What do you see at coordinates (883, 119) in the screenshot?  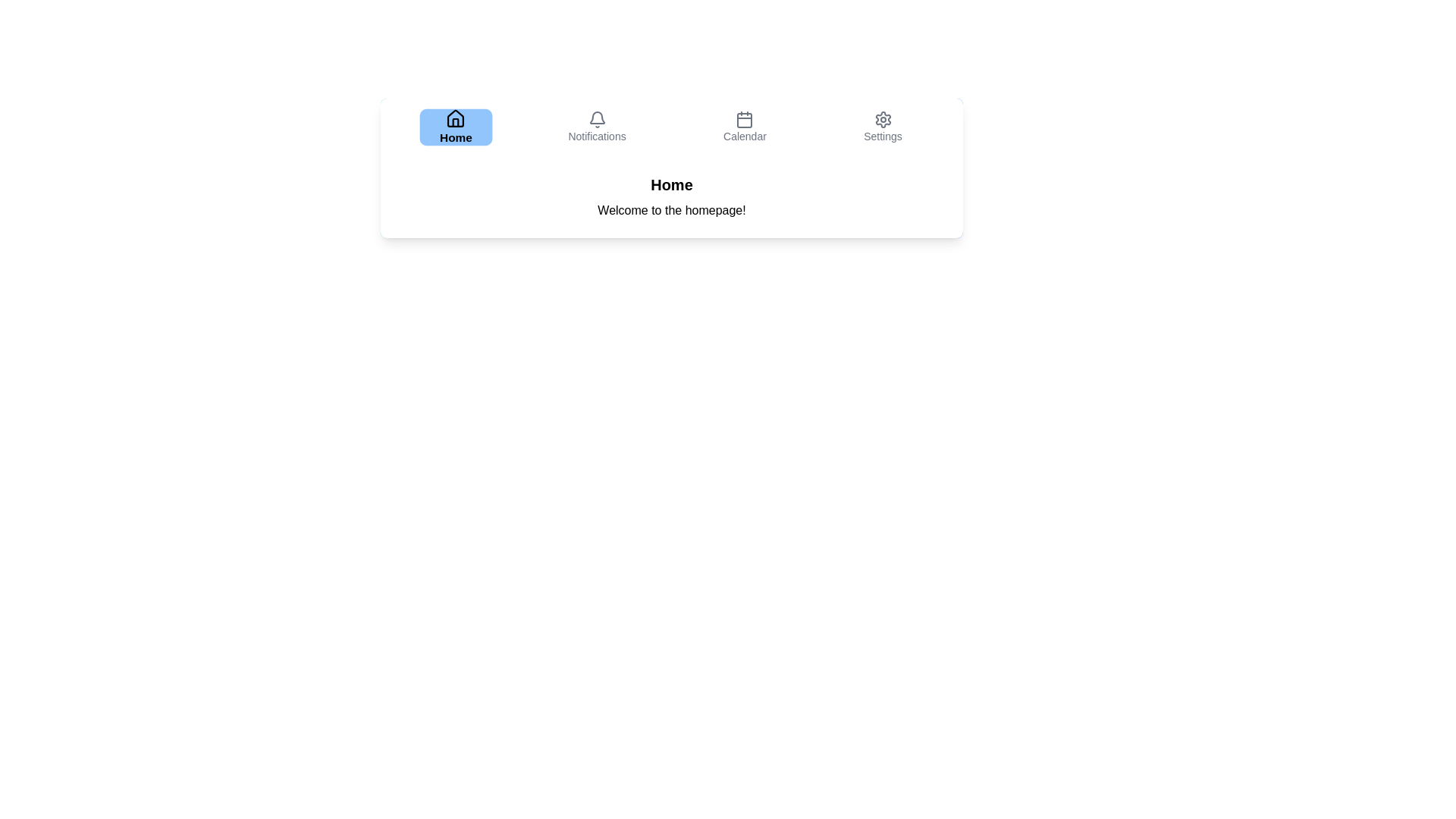 I see `the gear-like icon located in the top navigation bar to the far-right side, adjacent to the 'Settings' text` at bounding box center [883, 119].